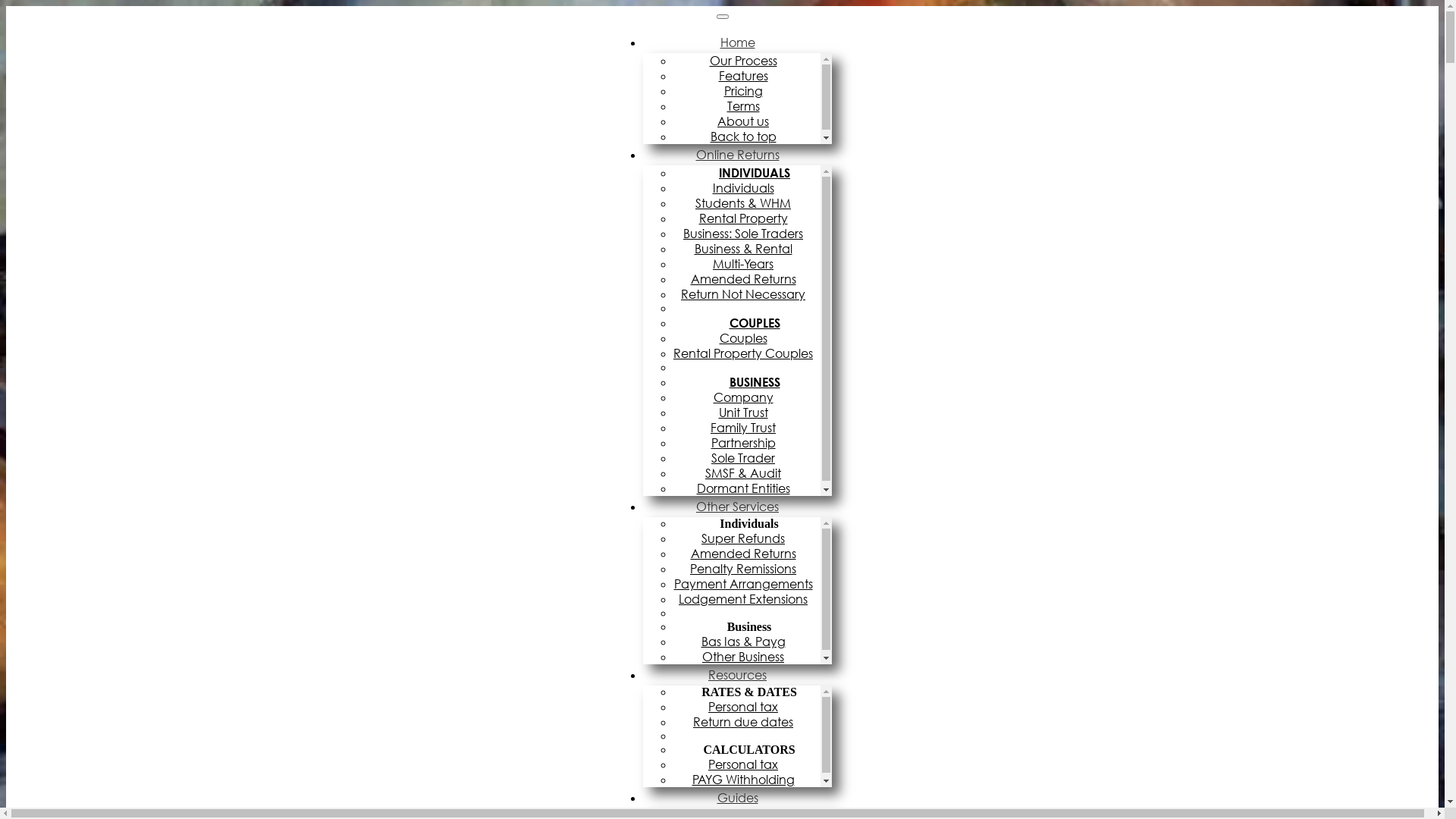 The width and height of the screenshot is (1456, 819). I want to click on 'Business & Rental', so click(747, 247).